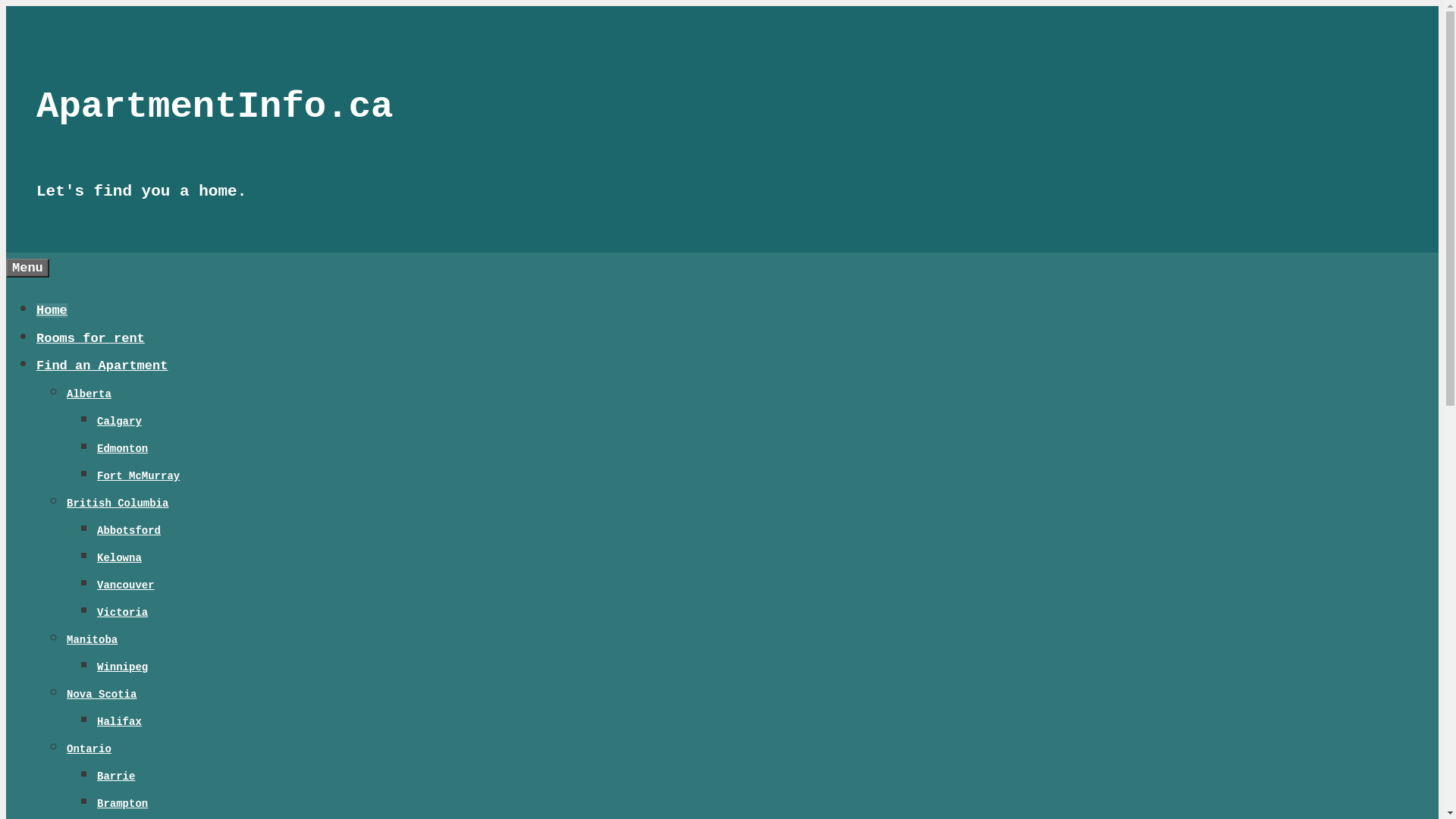 The width and height of the screenshot is (1456, 819). I want to click on 'Brampton', so click(122, 803).